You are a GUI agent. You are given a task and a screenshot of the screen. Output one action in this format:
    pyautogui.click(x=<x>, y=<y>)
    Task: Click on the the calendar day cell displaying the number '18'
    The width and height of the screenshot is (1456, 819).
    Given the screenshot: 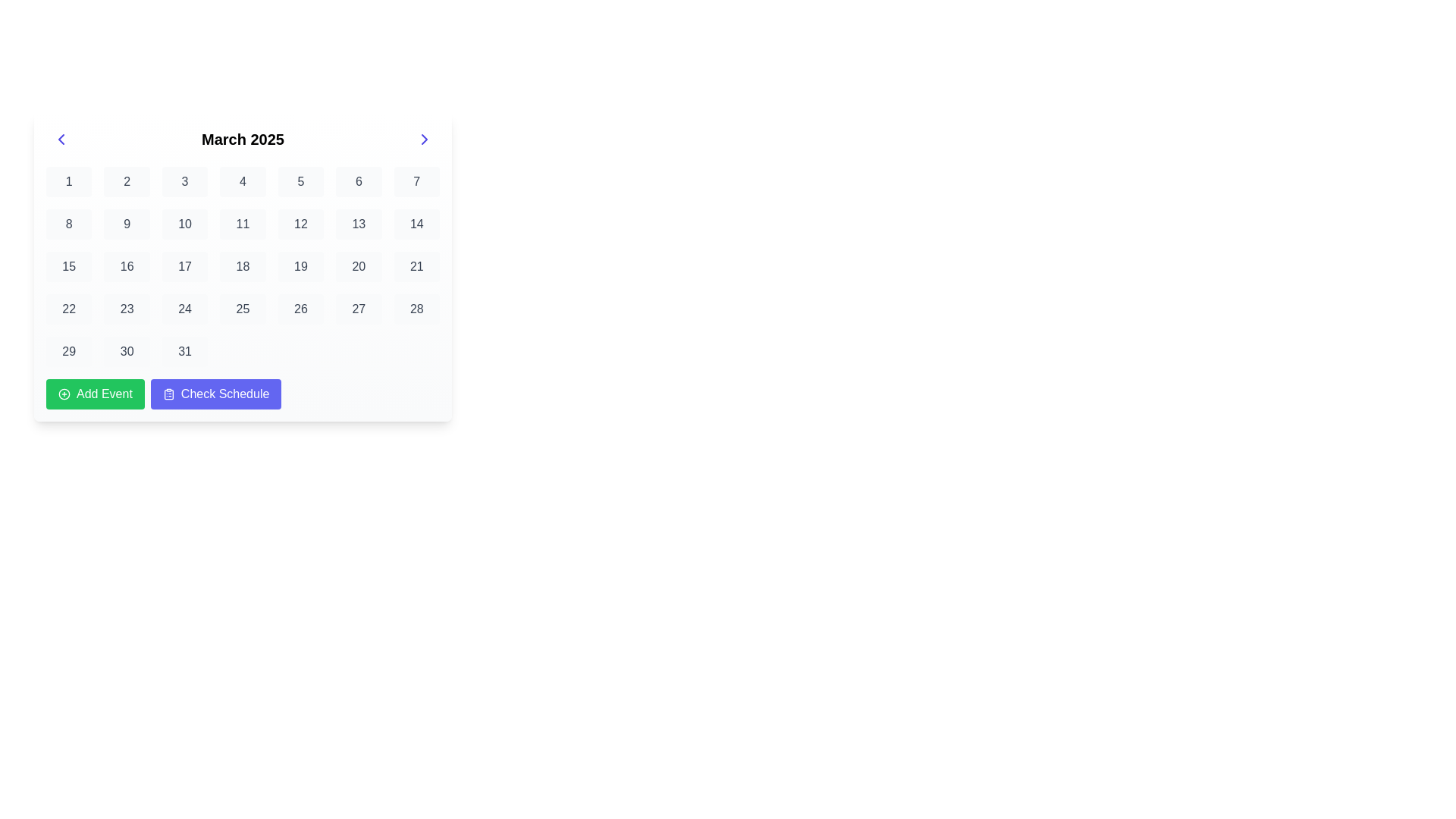 What is the action you would take?
    pyautogui.click(x=243, y=265)
    